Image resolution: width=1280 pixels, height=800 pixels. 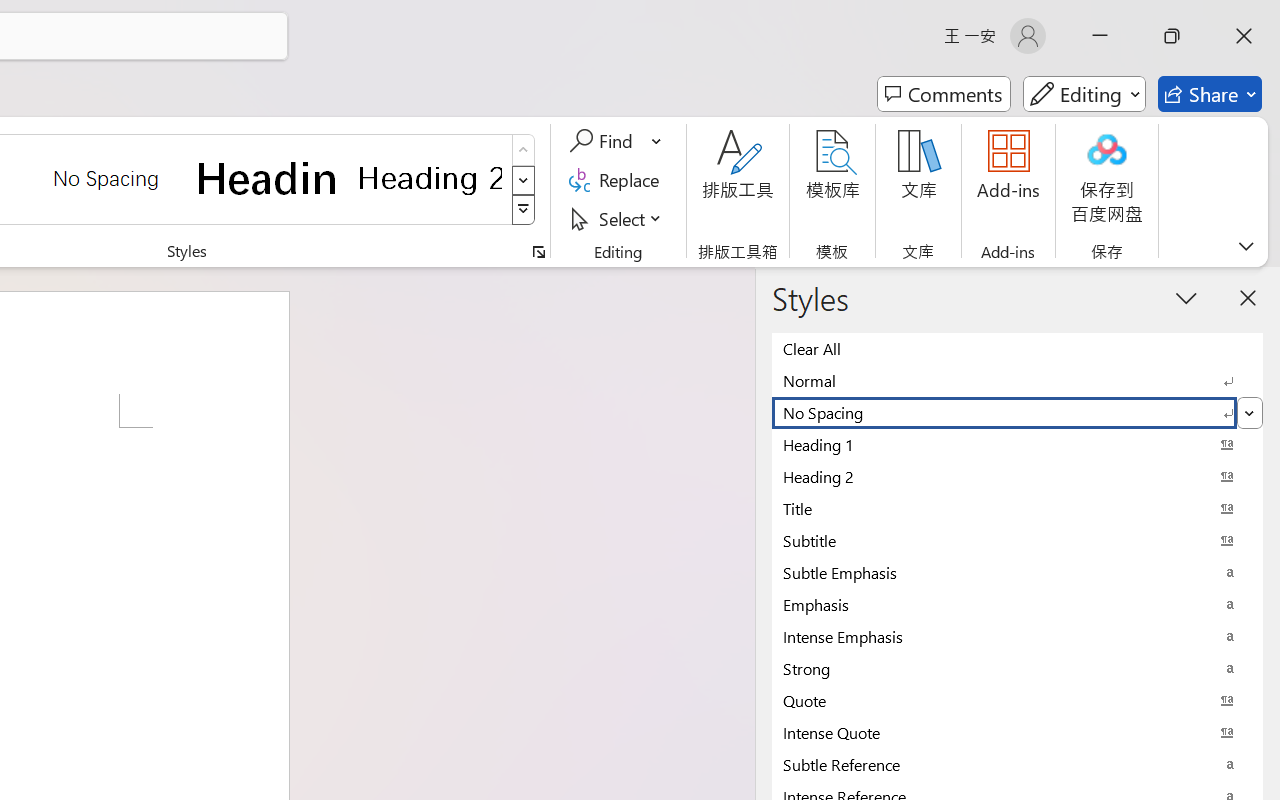 I want to click on 'No Spacing', so click(x=1017, y=412).